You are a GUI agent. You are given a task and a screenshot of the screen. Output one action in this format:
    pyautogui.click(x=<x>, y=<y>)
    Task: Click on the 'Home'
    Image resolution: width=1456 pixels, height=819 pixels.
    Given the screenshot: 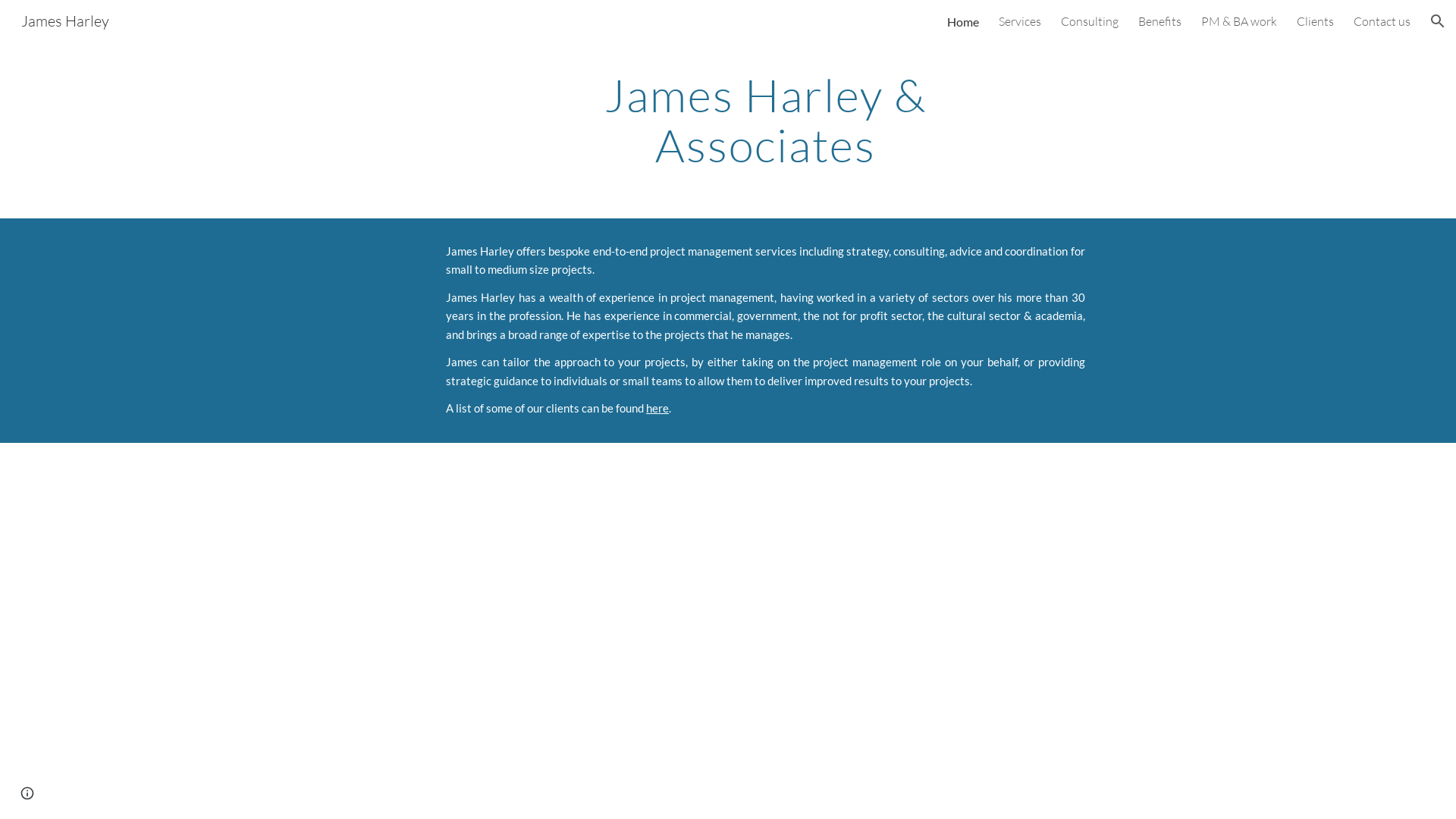 What is the action you would take?
    pyautogui.click(x=962, y=20)
    